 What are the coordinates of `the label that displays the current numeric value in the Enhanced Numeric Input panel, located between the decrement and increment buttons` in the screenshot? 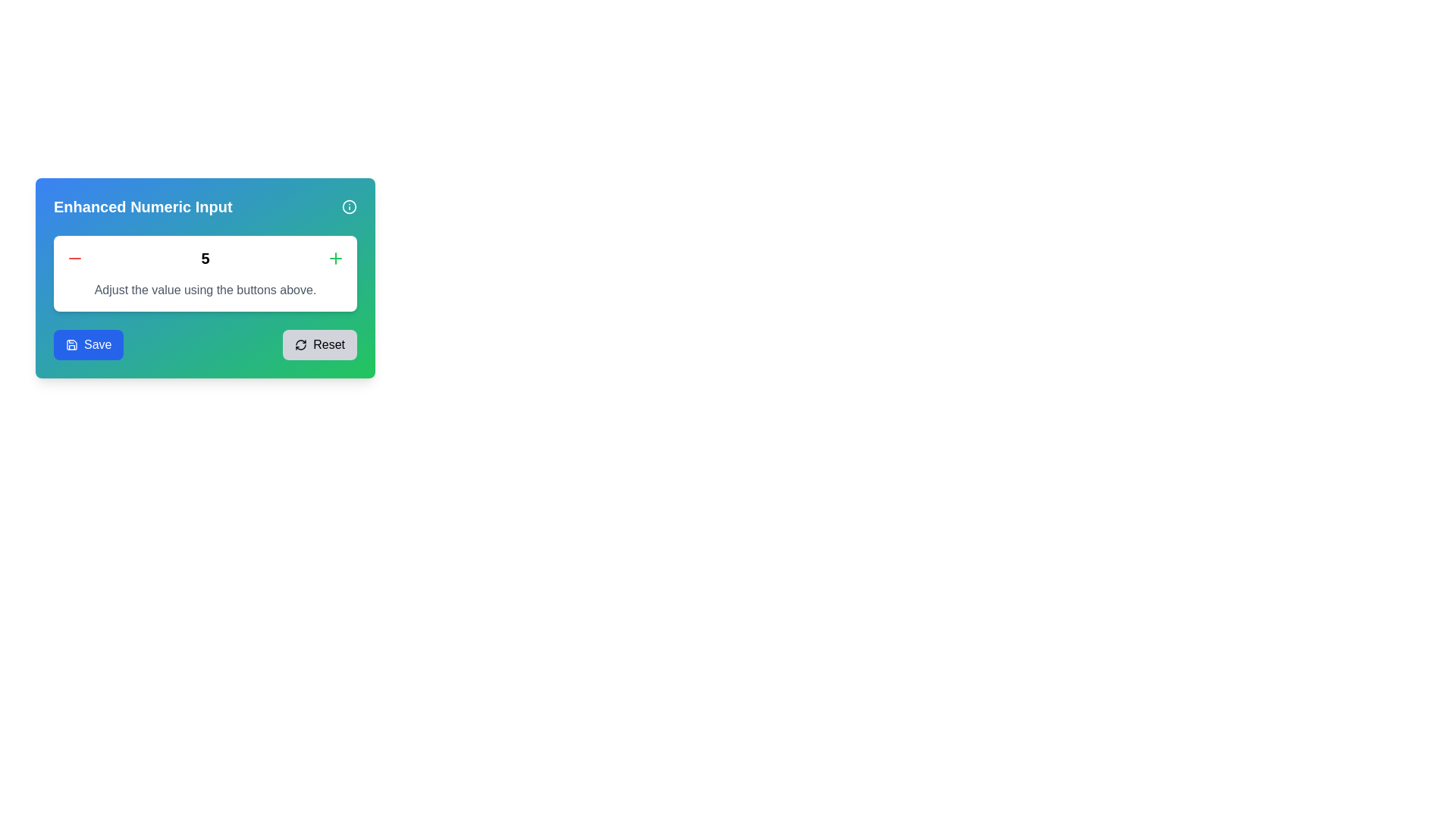 It's located at (204, 257).